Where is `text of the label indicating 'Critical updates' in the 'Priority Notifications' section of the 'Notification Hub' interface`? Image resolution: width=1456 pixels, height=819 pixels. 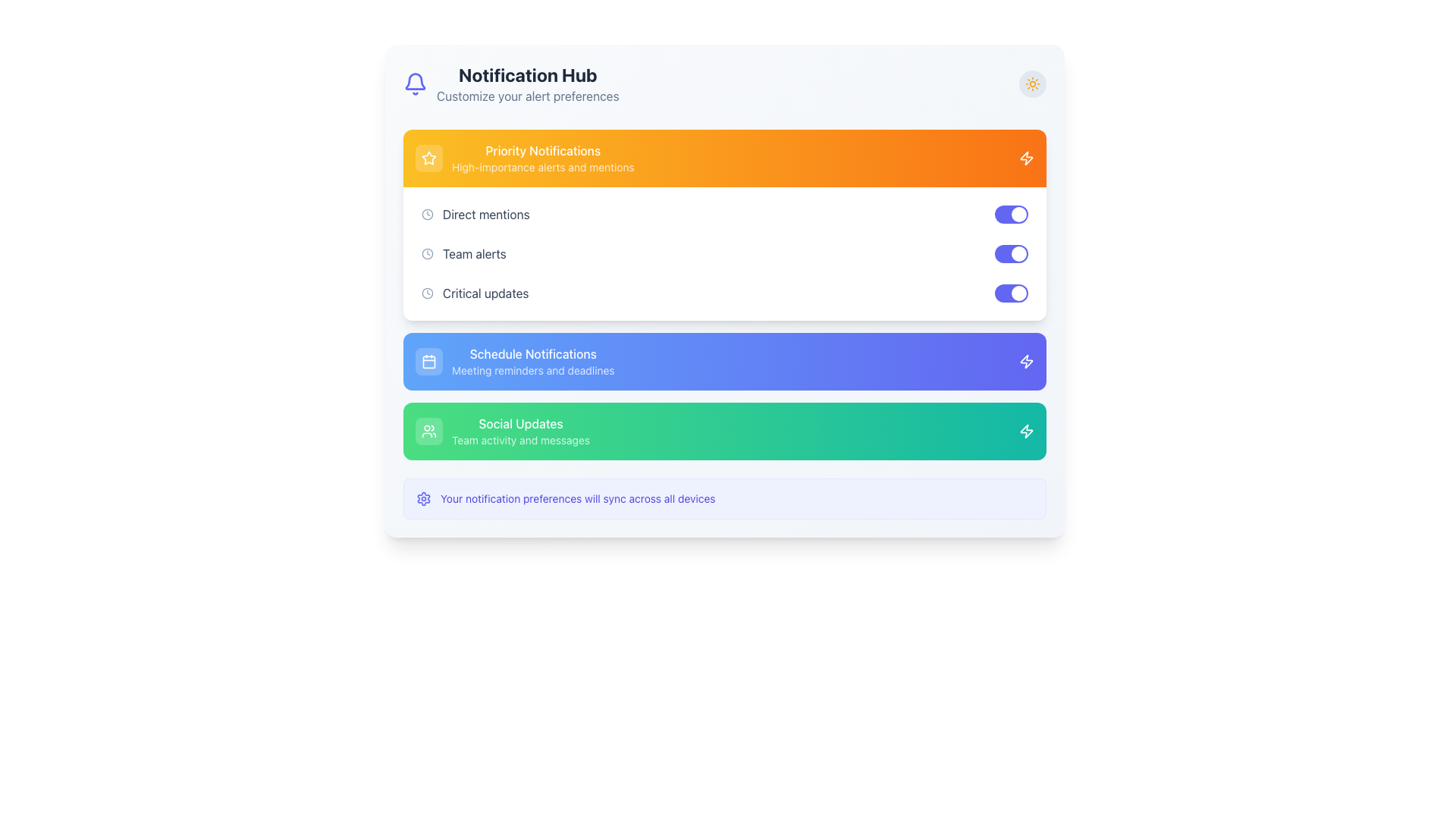 text of the label indicating 'Critical updates' in the 'Priority Notifications' section of the 'Notification Hub' interface is located at coordinates (474, 293).